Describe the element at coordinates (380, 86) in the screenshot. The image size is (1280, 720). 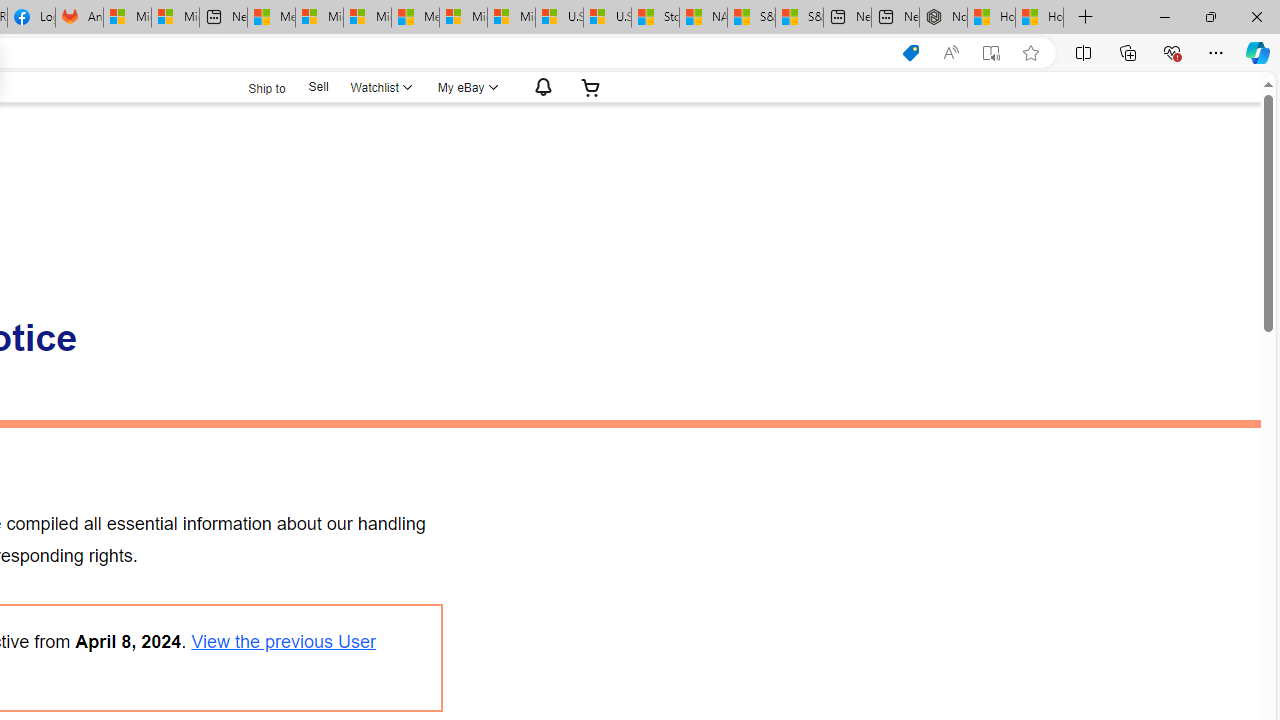
I see `'Watchlist'` at that location.